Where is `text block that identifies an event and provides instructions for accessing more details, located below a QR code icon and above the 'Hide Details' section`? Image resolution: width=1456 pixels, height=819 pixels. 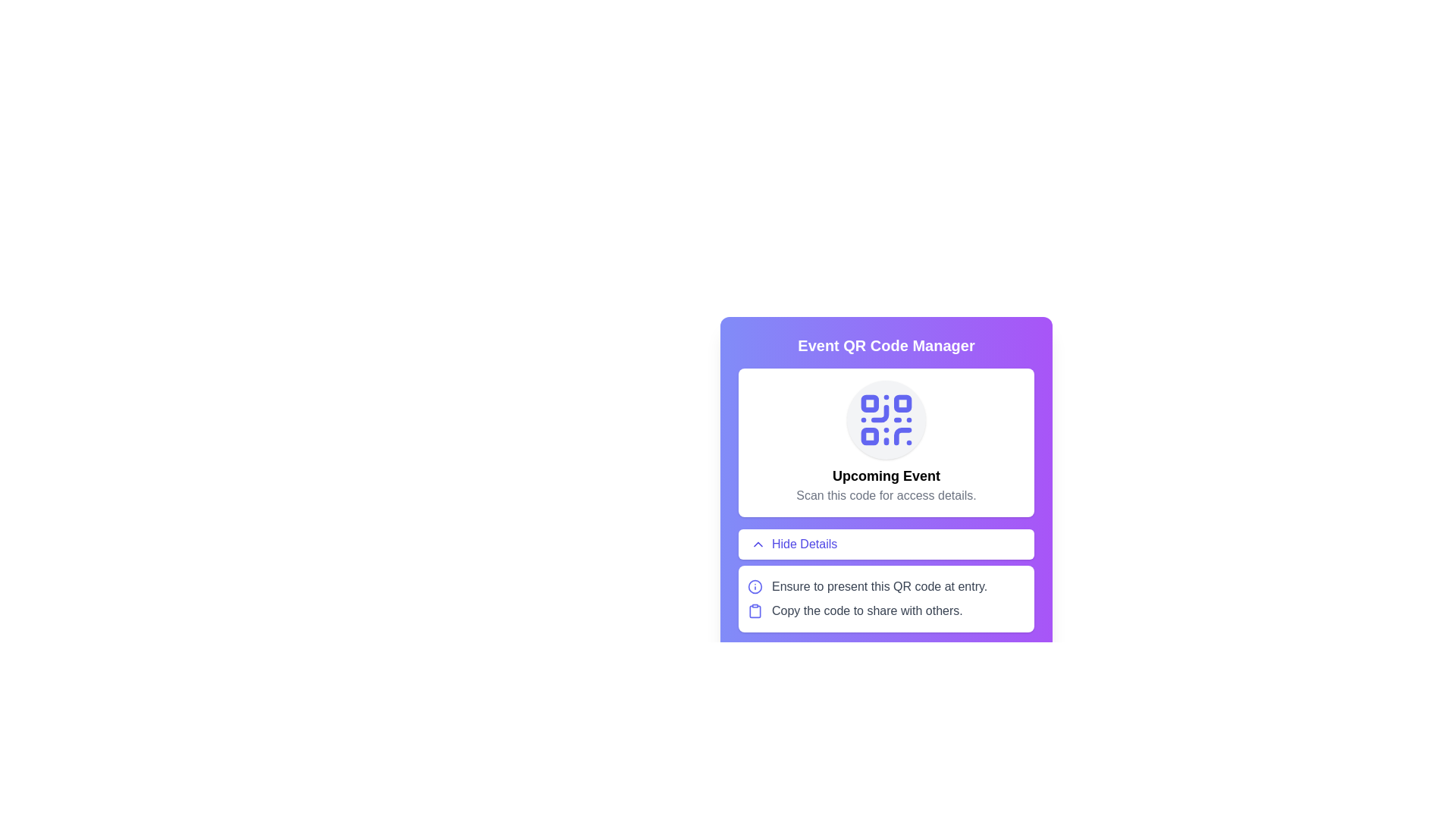
text block that identifies an event and provides instructions for accessing more details, located below a QR code icon and above the 'Hide Details' section is located at coordinates (886, 485).